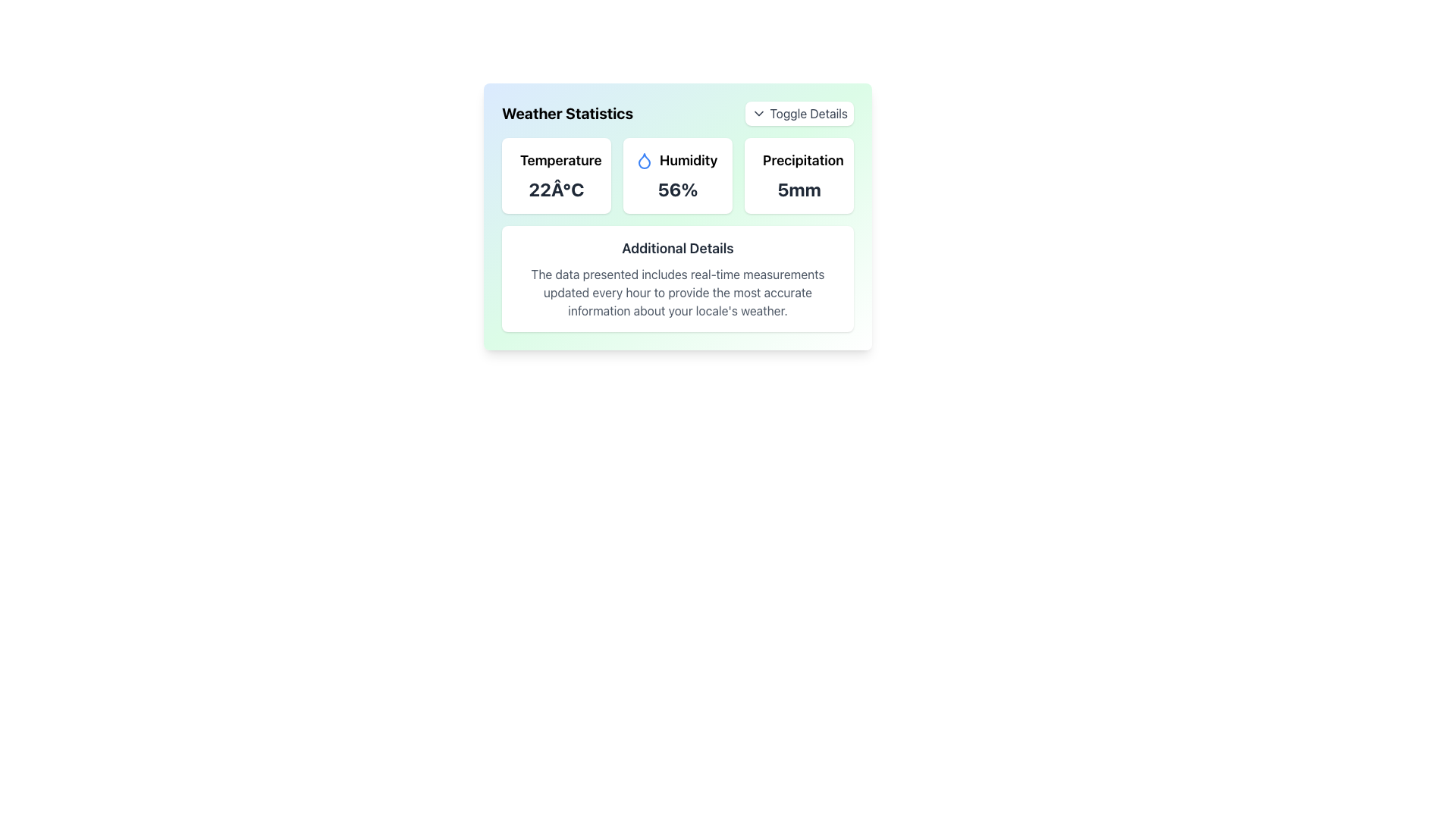 The height and width of the screenshot is (819, 1456). What do you see at coordinates (676, 292) in the screenshot?
I see `the block of gray text providing detailed explanations about real-time weather measurement updates, located under the 'Additional Details' heading` at bounding box center [676, 292].